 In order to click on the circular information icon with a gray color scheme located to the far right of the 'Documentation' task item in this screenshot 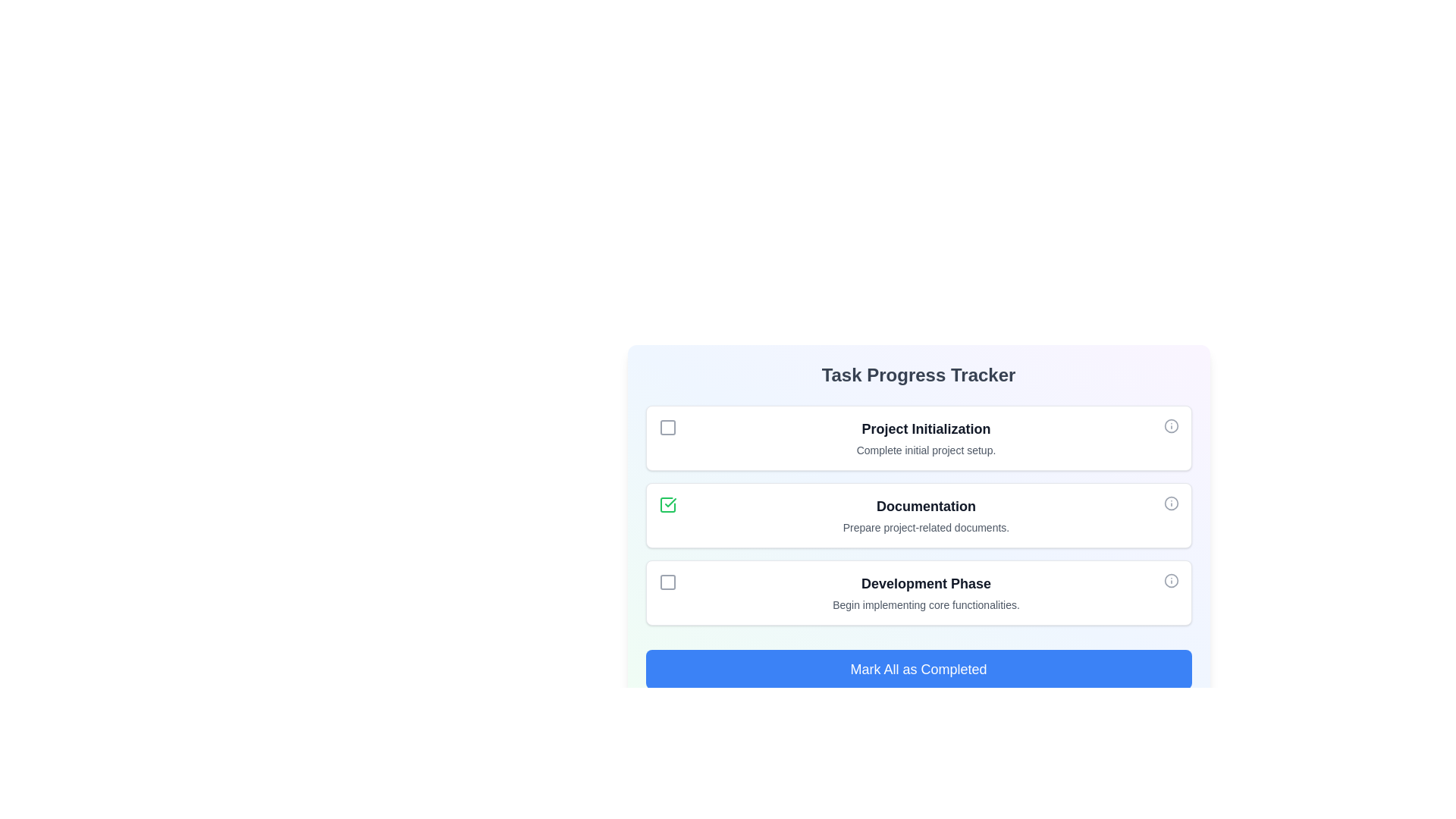, I will do `click(1170, 503)`.